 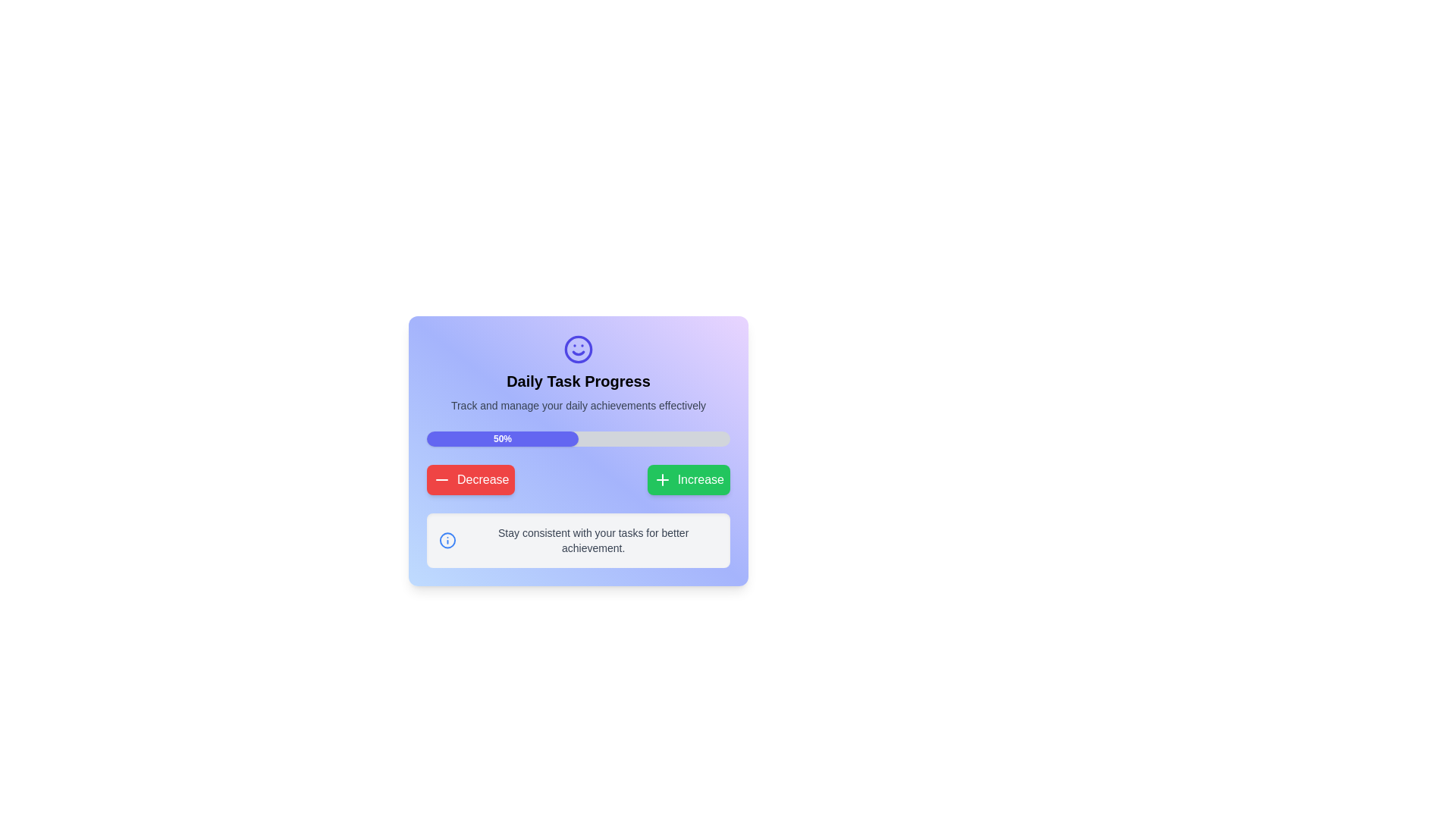 What do you see at coordinates (688, 479) in the screenshot?
I see `the 'Increase' button located at the bottom-right of the card interface to increment the displayed value` at bounding box center [688, 479].